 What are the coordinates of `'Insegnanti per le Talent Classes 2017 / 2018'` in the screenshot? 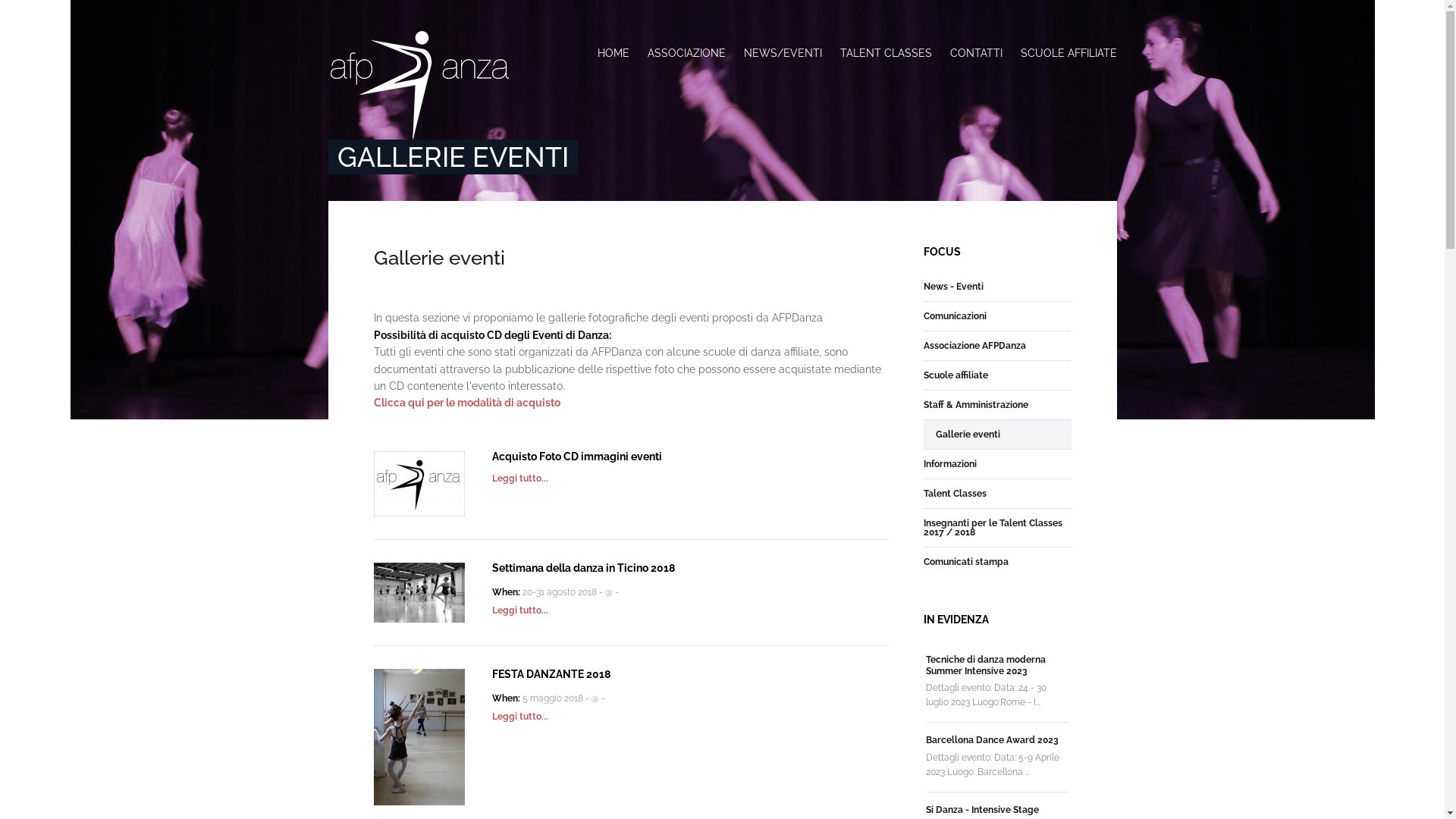 It's located at (997, 526).